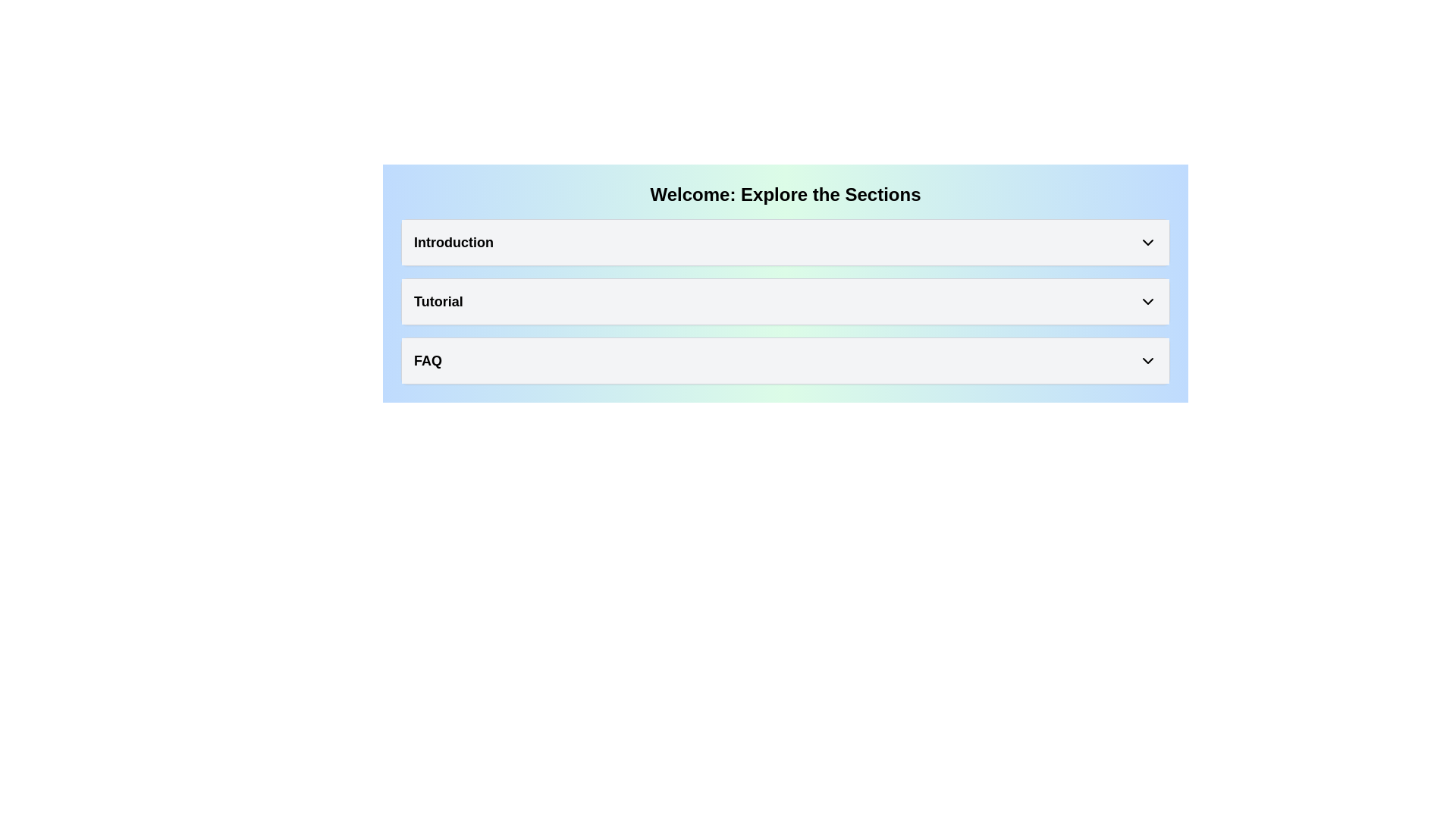  What do you see at coordinates (786, 360) in the screenshot?
I see `the third Collapsible Section Header, which serves as a toggle for additional FAQ content, using keyboard focus` at bounding box center [786, 360].